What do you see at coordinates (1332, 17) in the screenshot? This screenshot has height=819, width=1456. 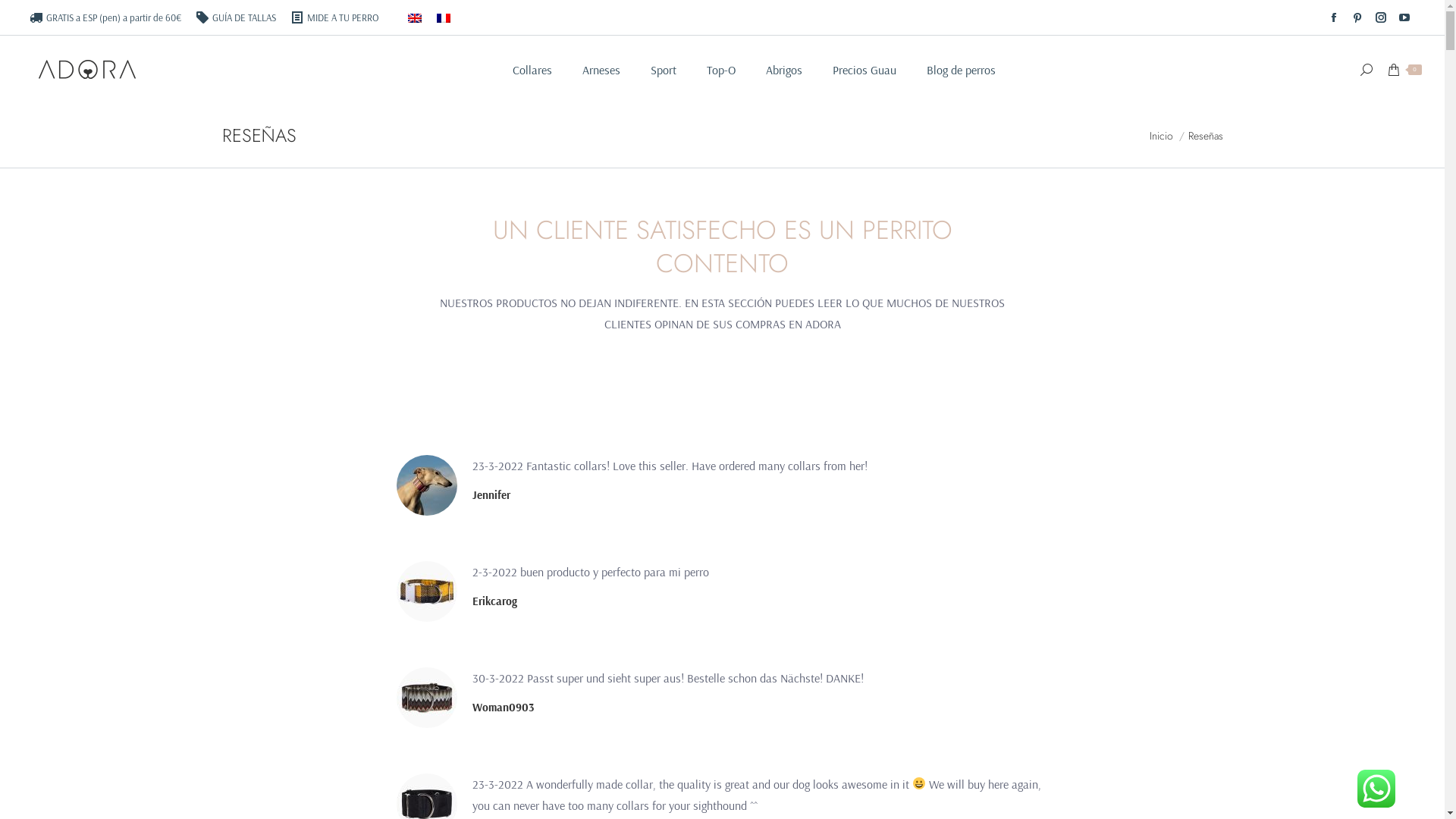 I see `'Facebook page opens in new window'` at bounding box center [1332, 17].